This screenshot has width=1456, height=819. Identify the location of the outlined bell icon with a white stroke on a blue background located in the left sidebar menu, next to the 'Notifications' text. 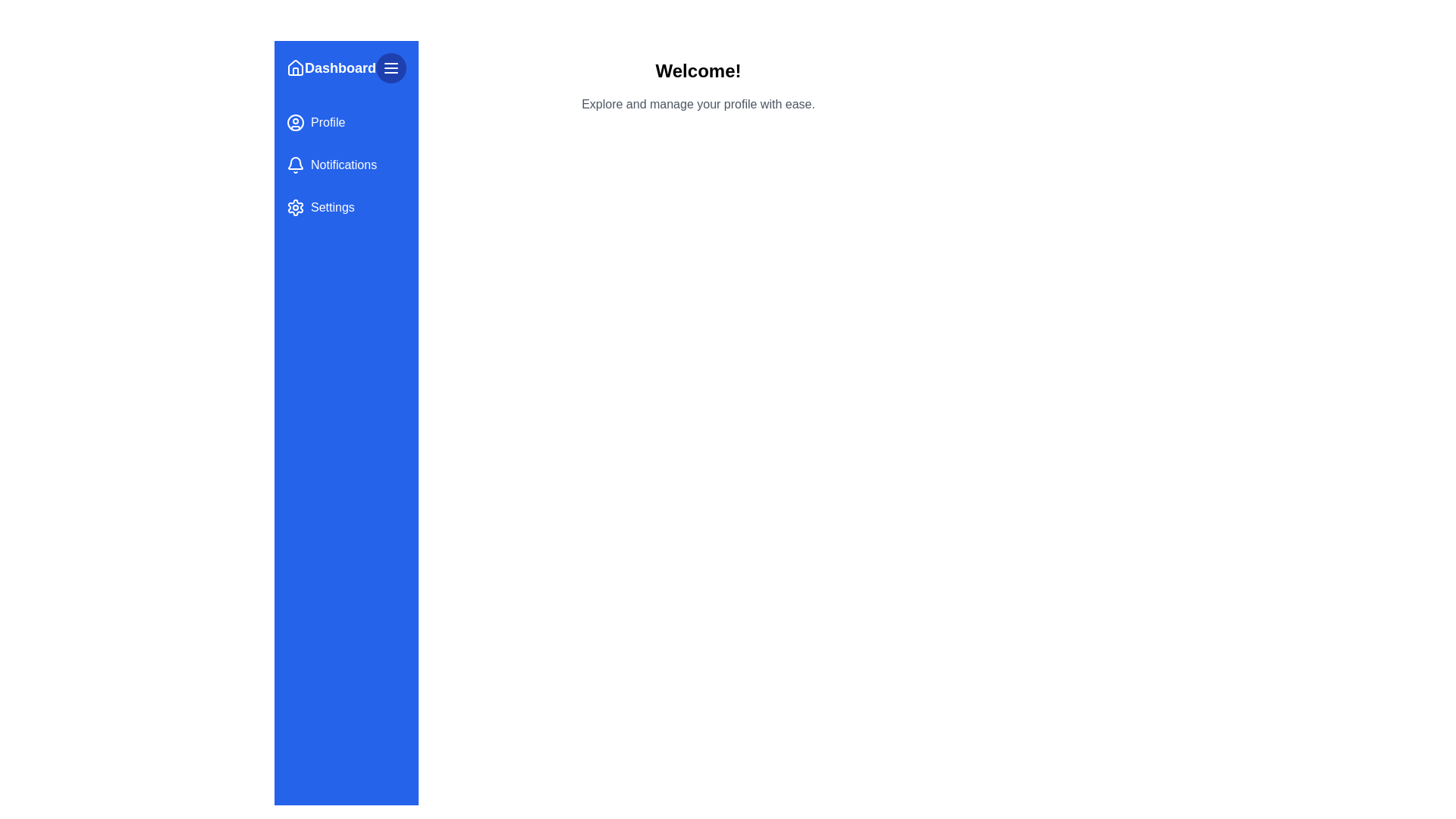
(295, 165).